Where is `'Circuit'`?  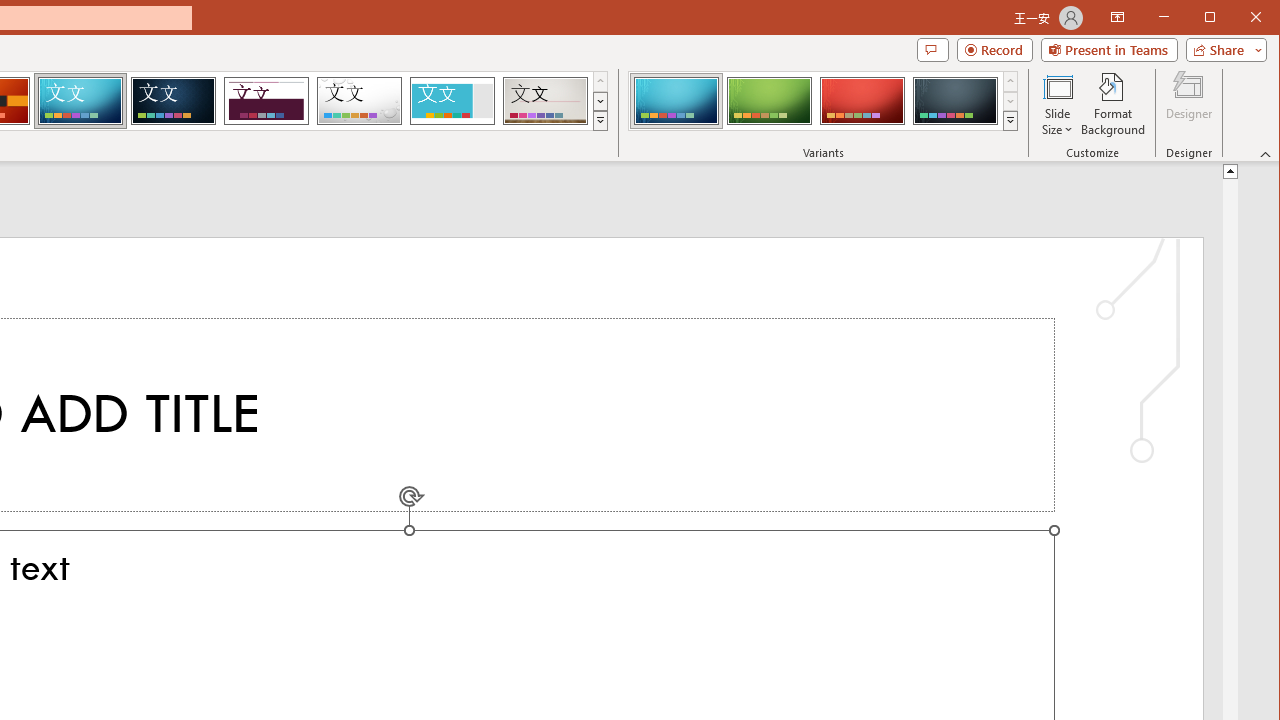 'Circuit' is located at coordinates (80, 100).